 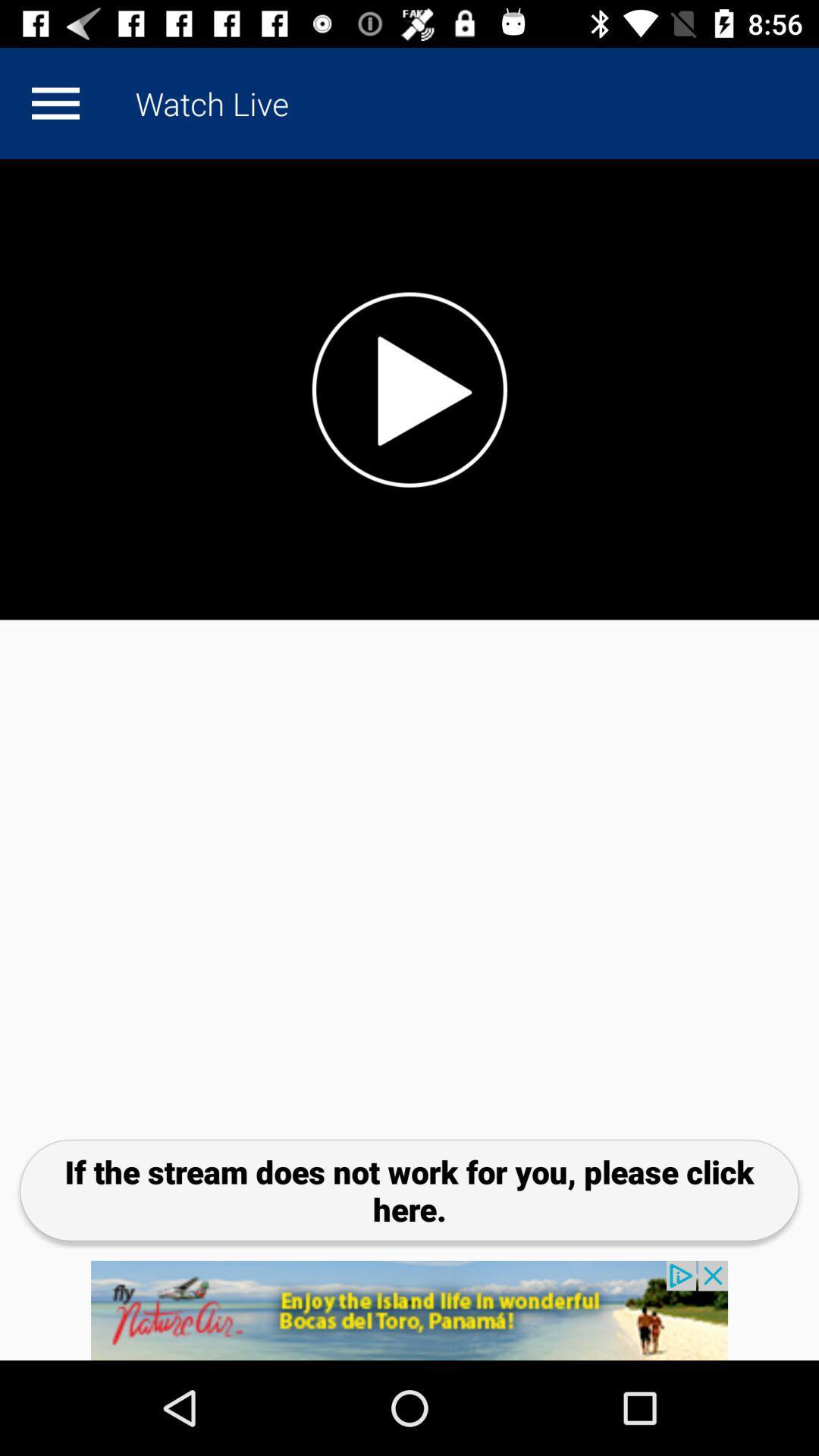 What do you see at coordinates (409, 389) in the screenshot?
I see `pause` at bounding box center [409, 389].